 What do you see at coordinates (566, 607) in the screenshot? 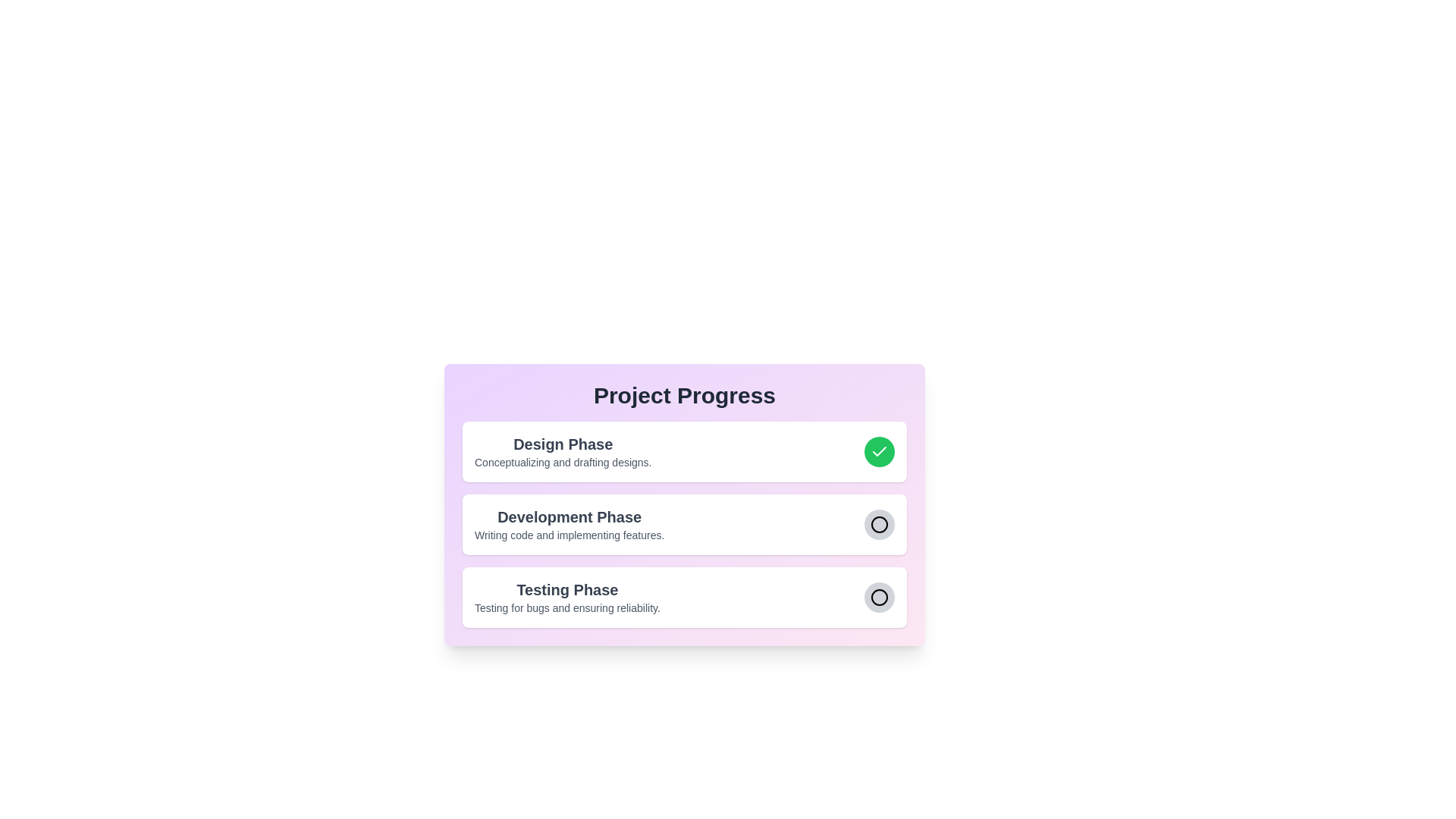
I see `the text element that reads 'Testing for bugs and ensuring reliability,' which is styled in a smaller gray font and located below the heading 'Testing Phase.'` at bounding box center [566, 607].